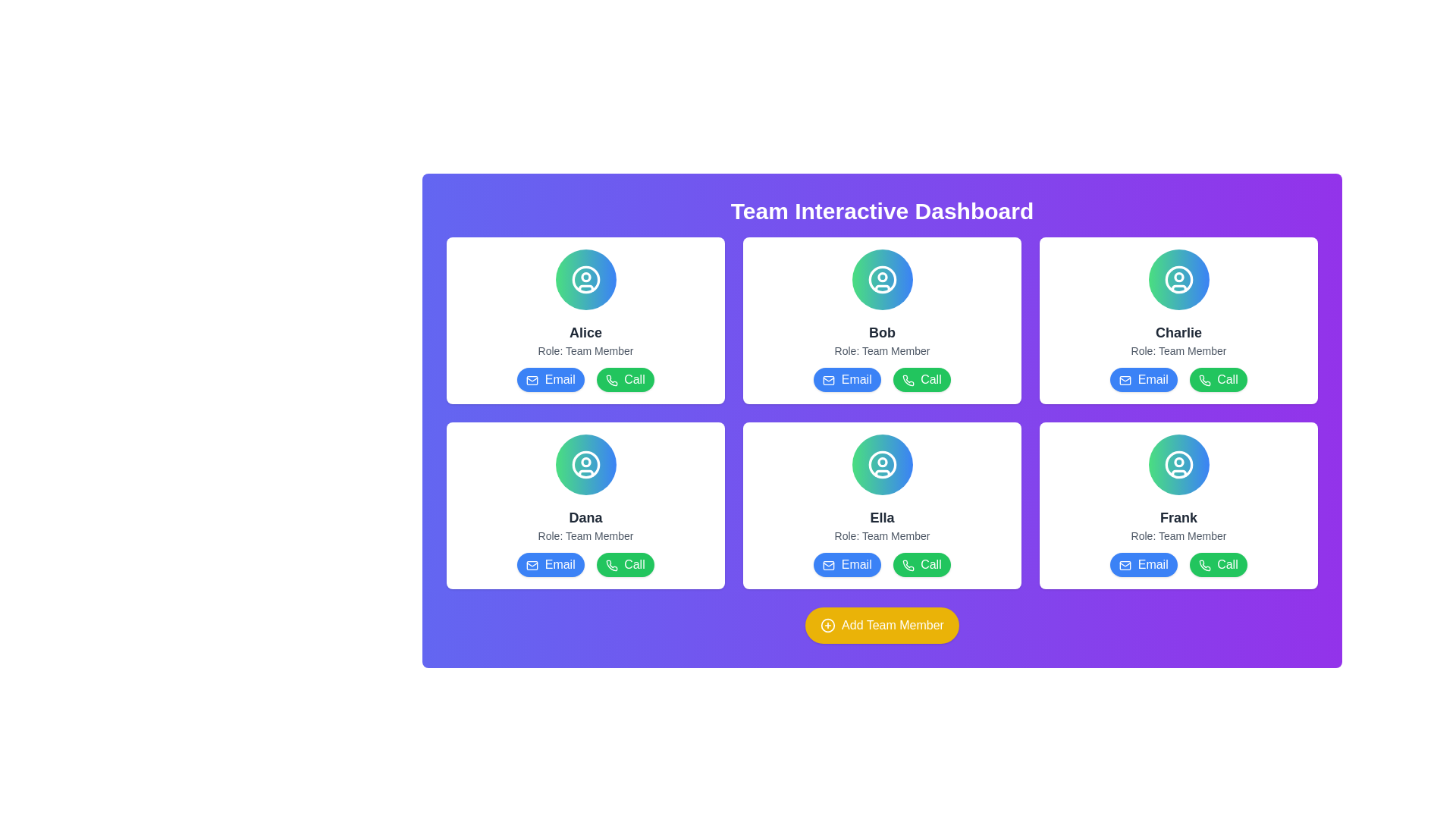 This screenshot has width=1456, height=819. Describe the element at coordinates (827, 626) in the screenshot. I see `the circular '+' icon within the 'Add Team Member' button that has a yellow background, located at the bottom center of the dashboard` at that location.